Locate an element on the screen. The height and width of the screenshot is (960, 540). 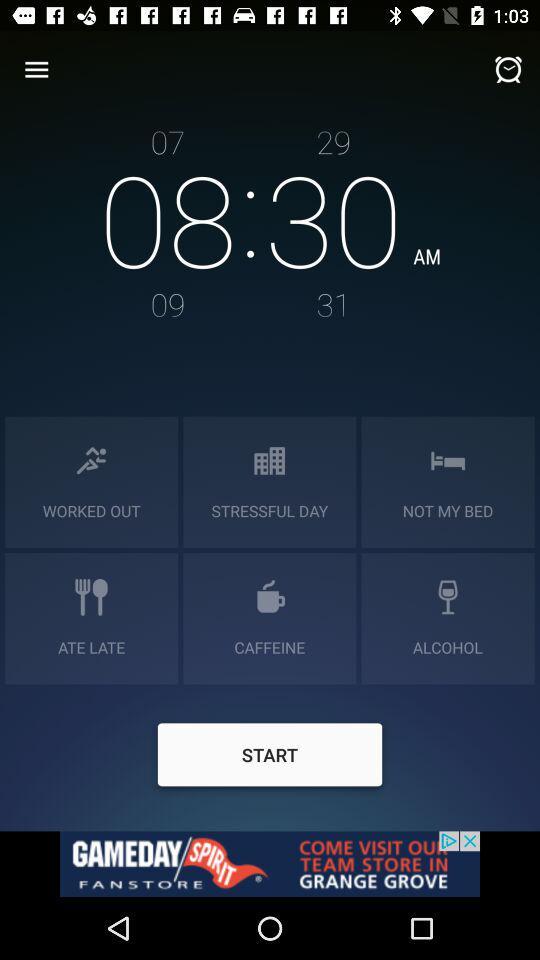
icon with glass is located at coordinates (448, 597).